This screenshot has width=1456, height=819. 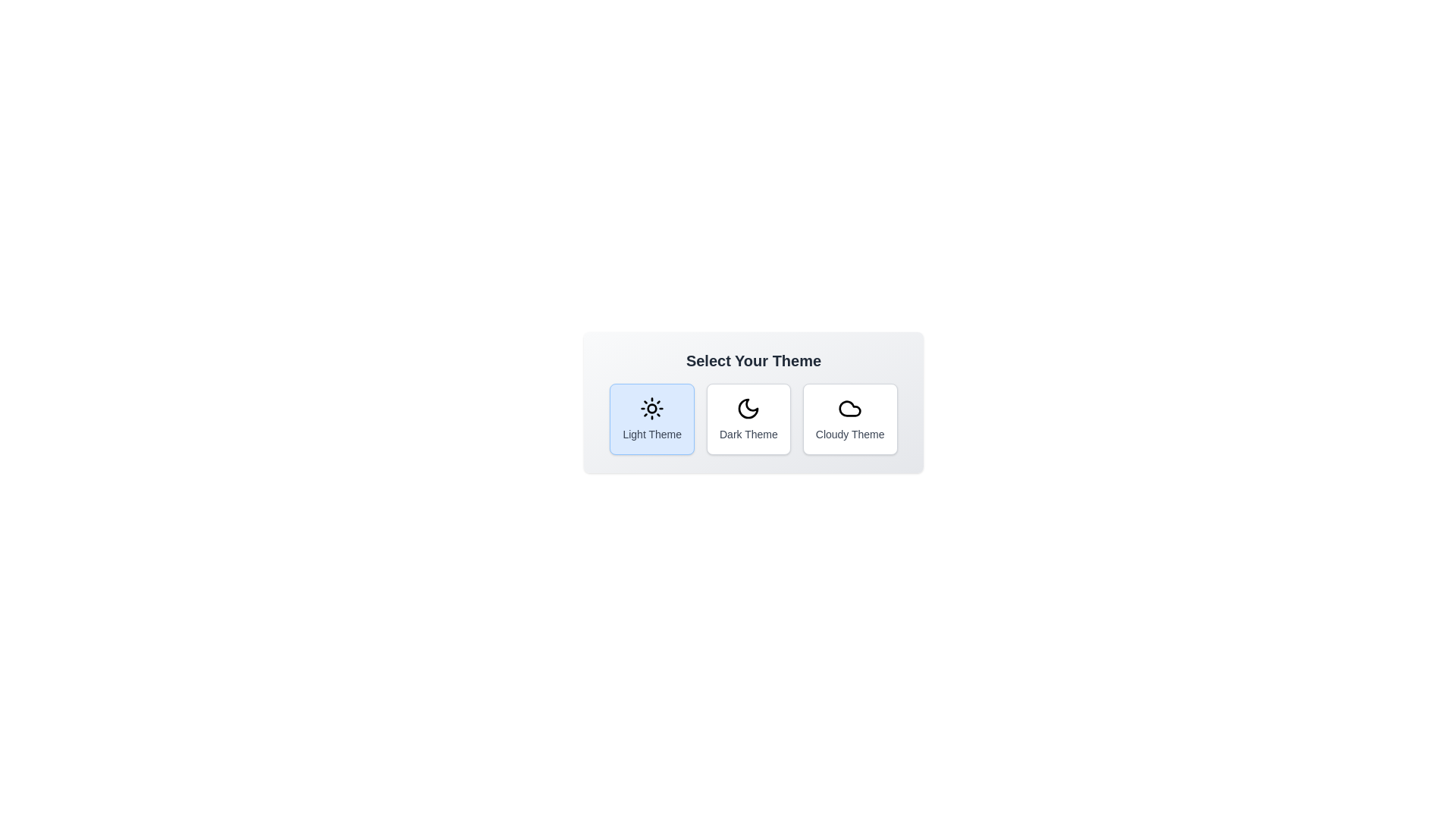 What do you see at coordinates (850, 408) in the screenshot?
I see `the interior part of the cloud icon representing the 'Cloudy Theme' option in the thematic selection interface` at bounding box center [850, 408].